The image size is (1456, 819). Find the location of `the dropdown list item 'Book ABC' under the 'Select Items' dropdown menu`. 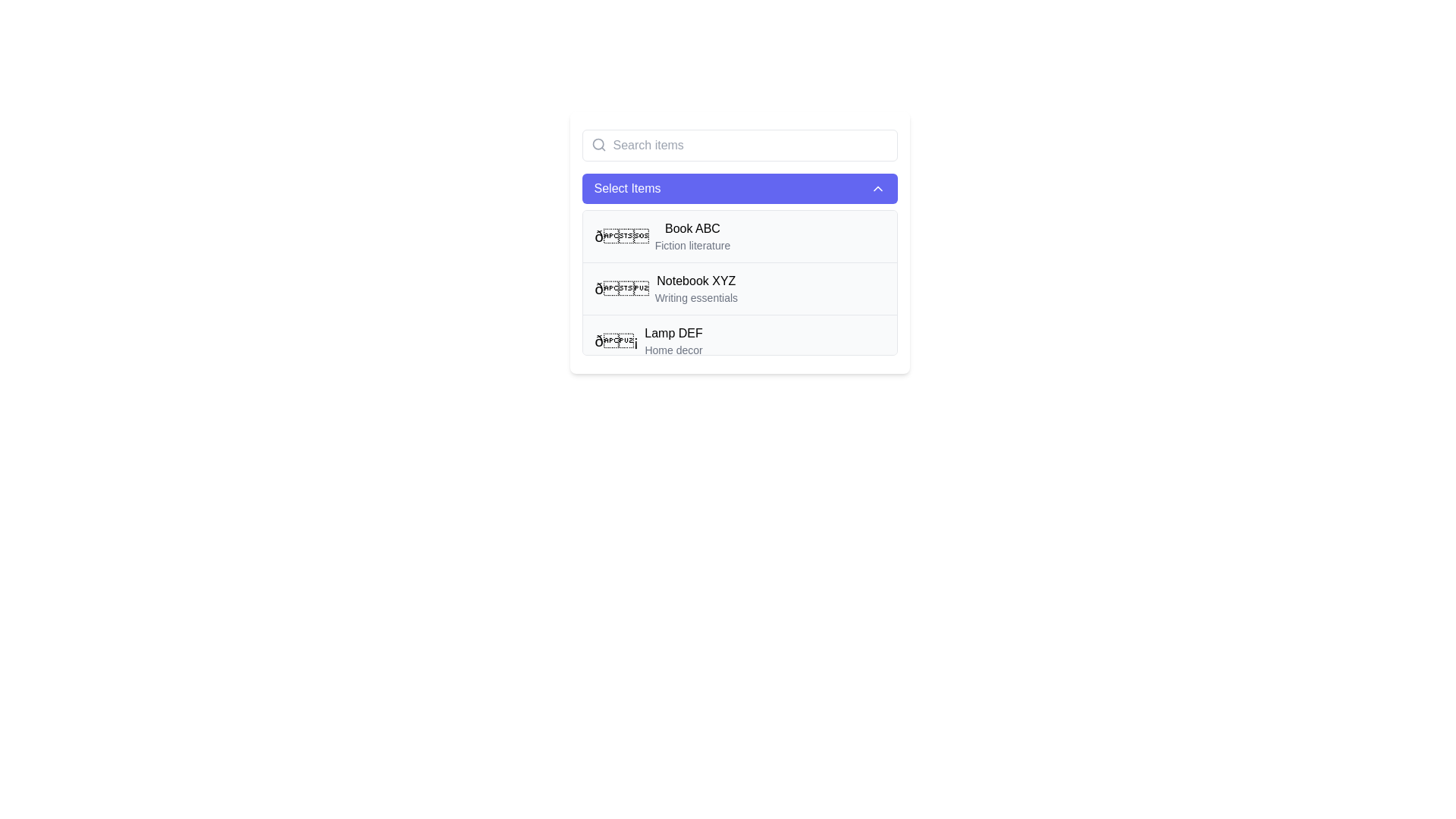

the dropdown list item 'Book ABC' under the 'Select Items' dropdown menu is located at coordinates (692, 237).